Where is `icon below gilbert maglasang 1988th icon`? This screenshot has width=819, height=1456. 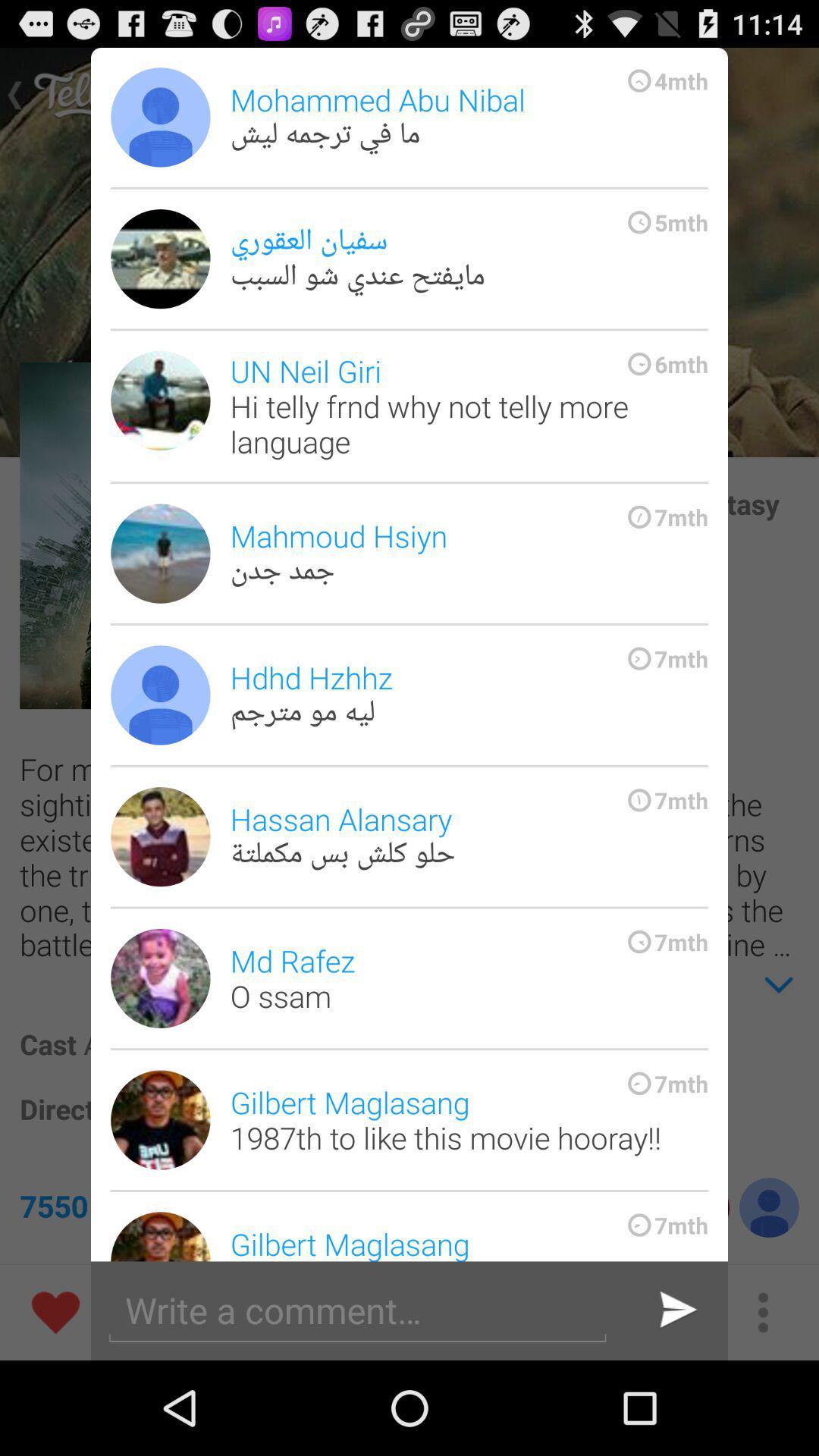
icon below gilbert maglasang 1988th icon is located at coordinates (675, 1310).